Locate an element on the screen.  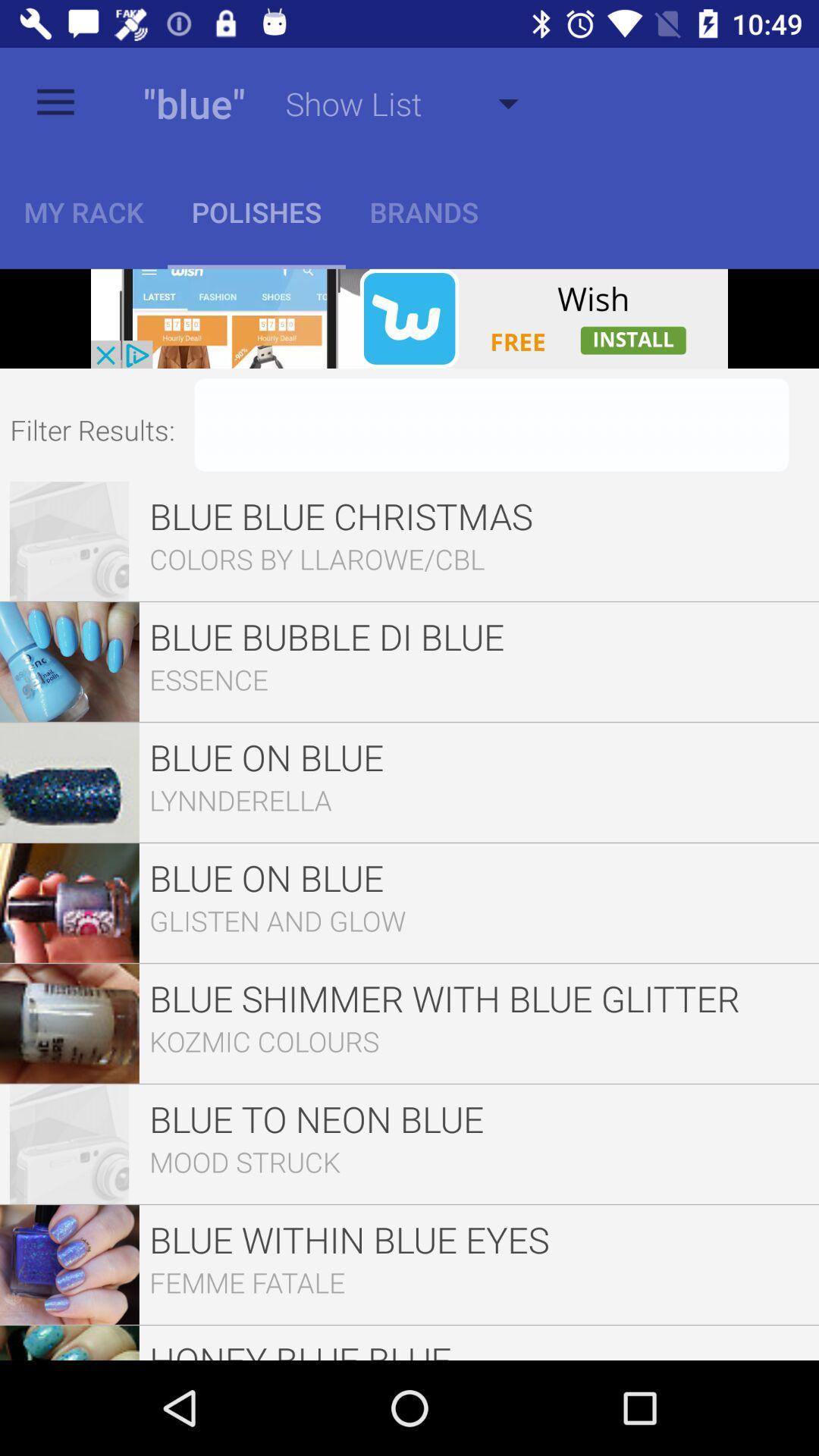
filter to results is located at coordinates (491, 425).